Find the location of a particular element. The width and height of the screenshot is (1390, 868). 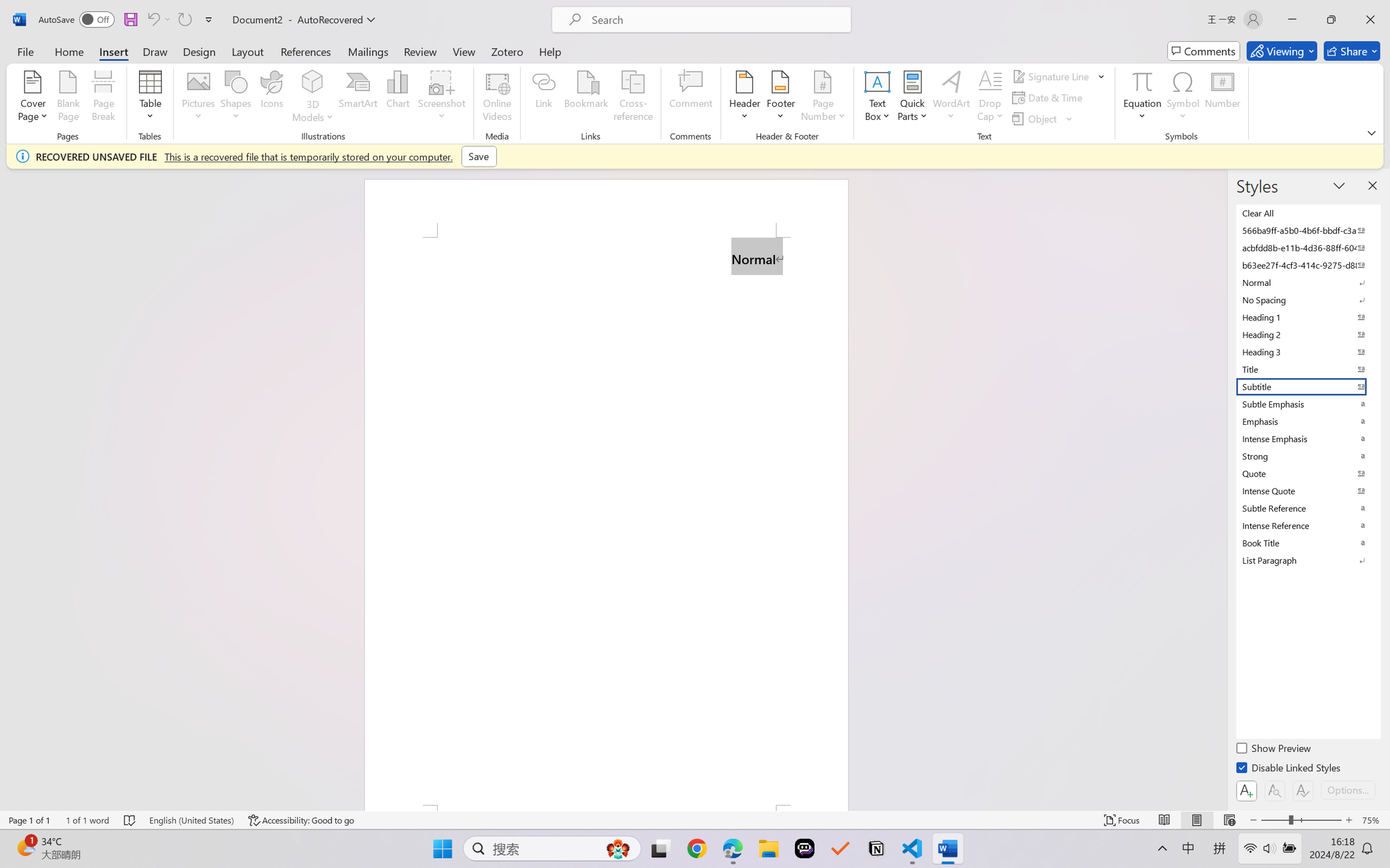

'Object...' is located at coordinates (1036, 119).